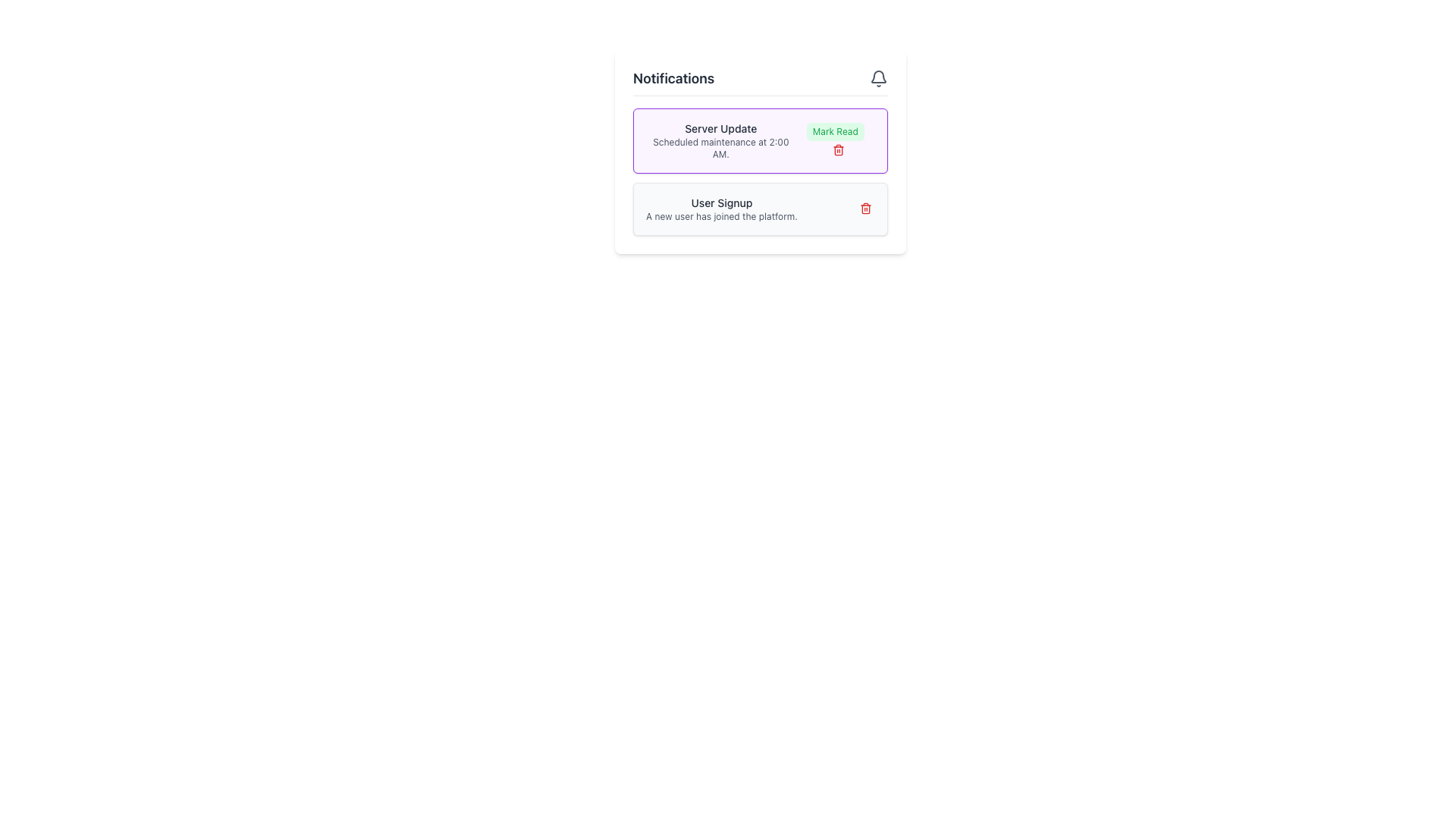 Image resolution: width=1456 pixels, height=819 pixels. What do you see at coordinates (761, 209) in the screenshot?
I see `the Notification banner displaying 'User Signup'` at bounding box center [761, 209].